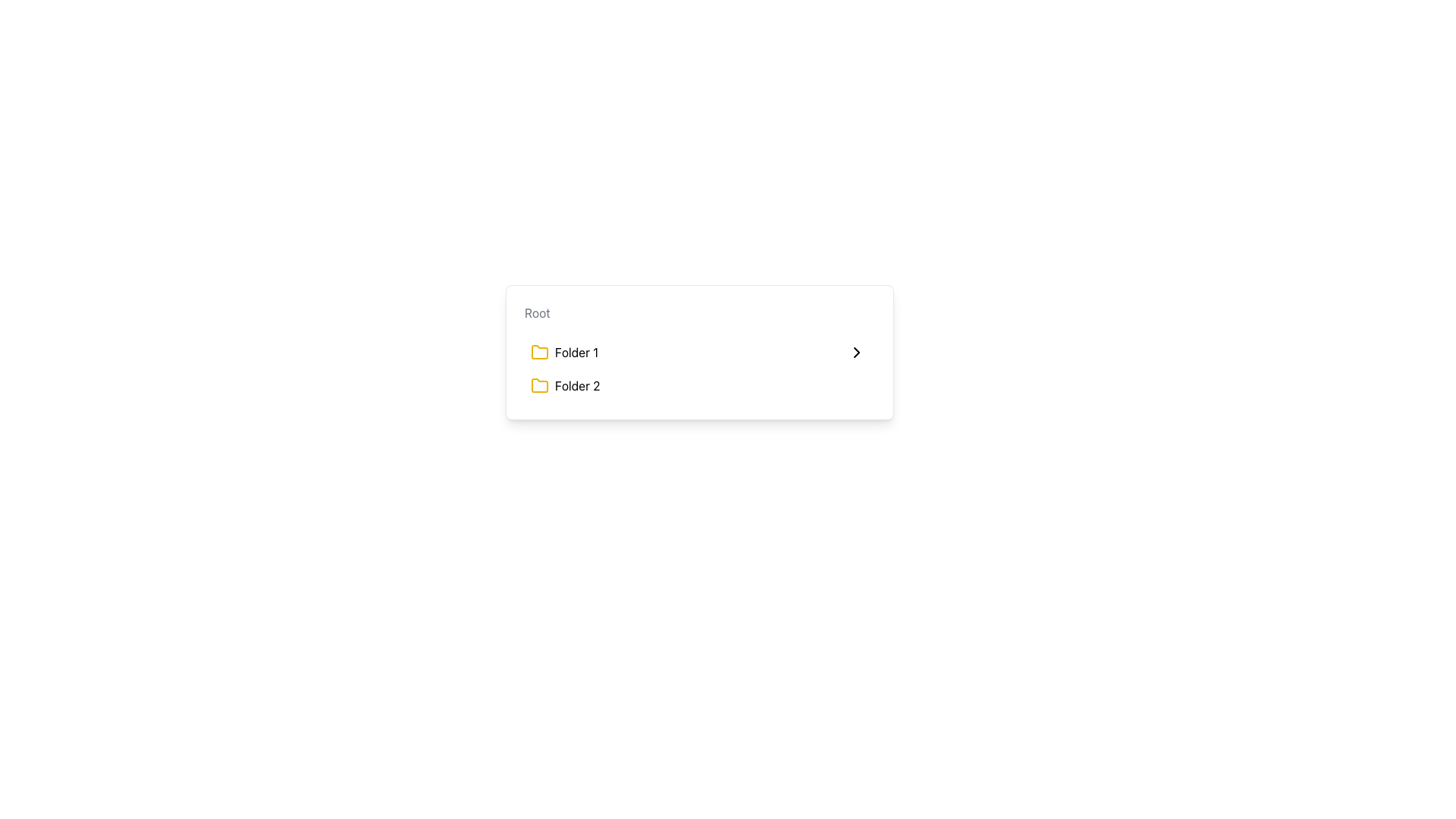 This screenshot has width=1456, height=819. What do you see at coordinates (576, 353) in the screenshot?
I see `on the text label that represents the folder's name, located` at bounding box center [576, 353].